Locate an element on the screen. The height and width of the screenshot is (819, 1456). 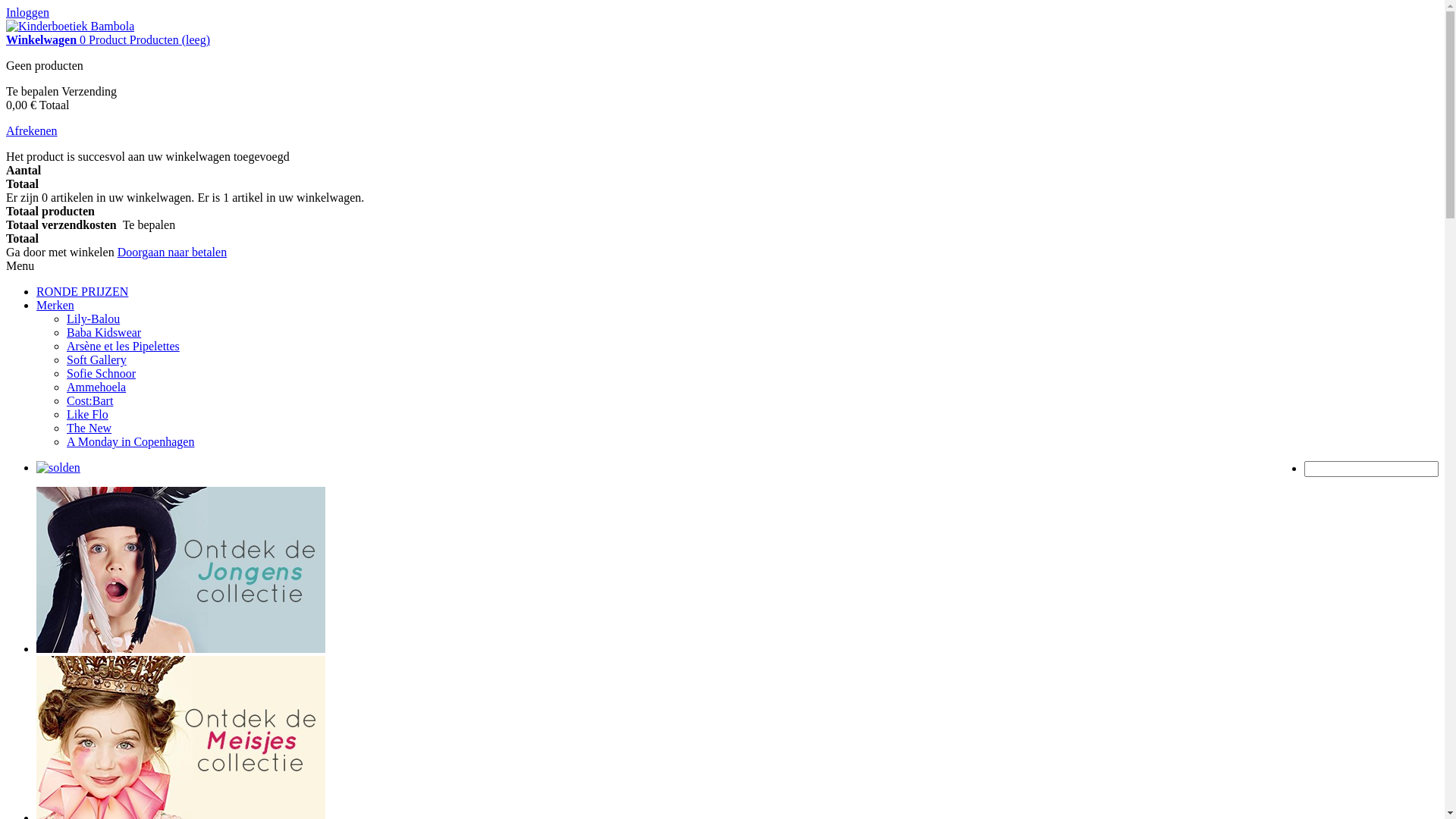
'Sofie Schnoor' is located at coordinates (100, 373).